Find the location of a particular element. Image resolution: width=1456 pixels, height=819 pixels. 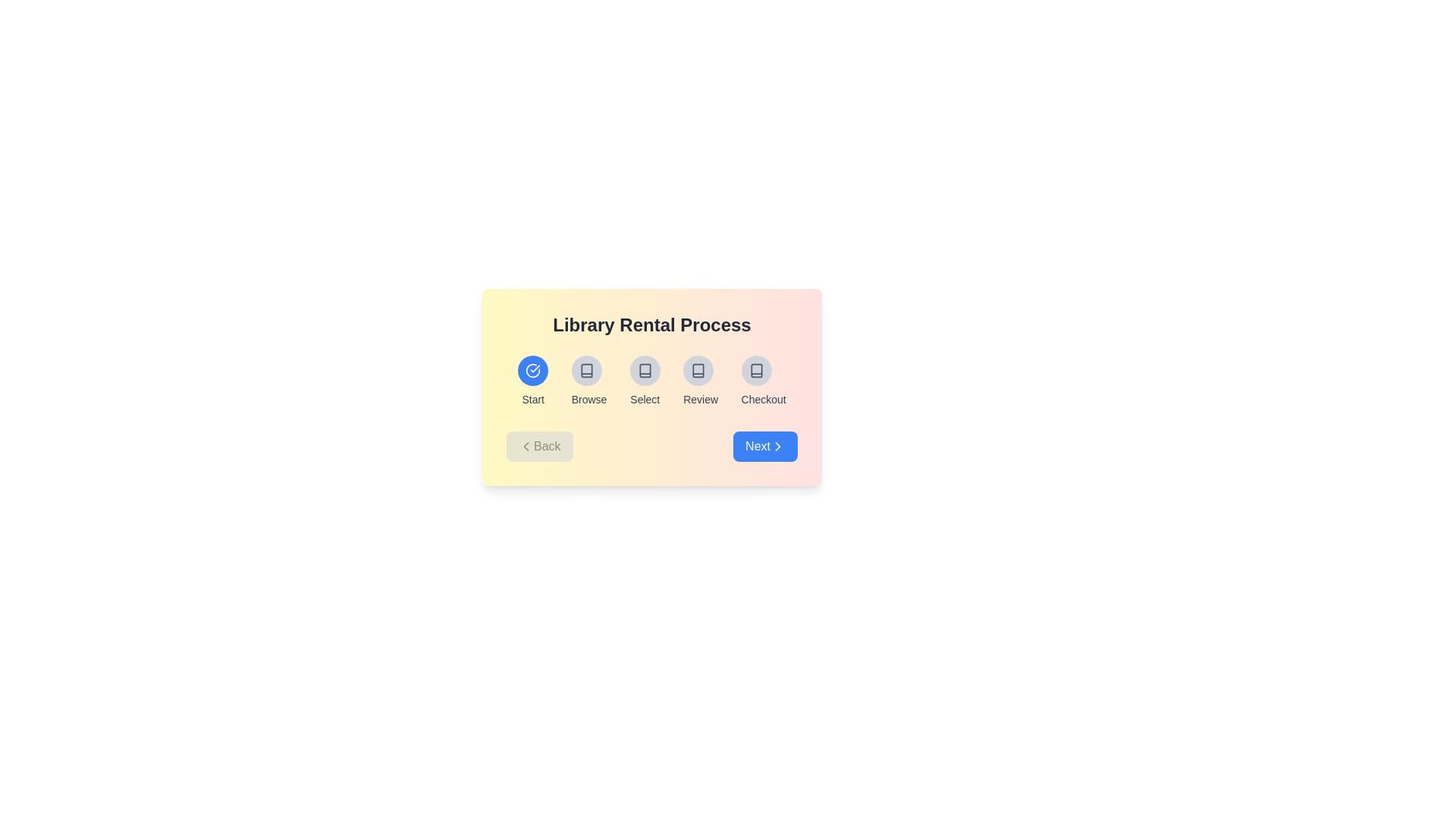

'Next' button to navigate to the next stage is located at coordinates (765, 446).